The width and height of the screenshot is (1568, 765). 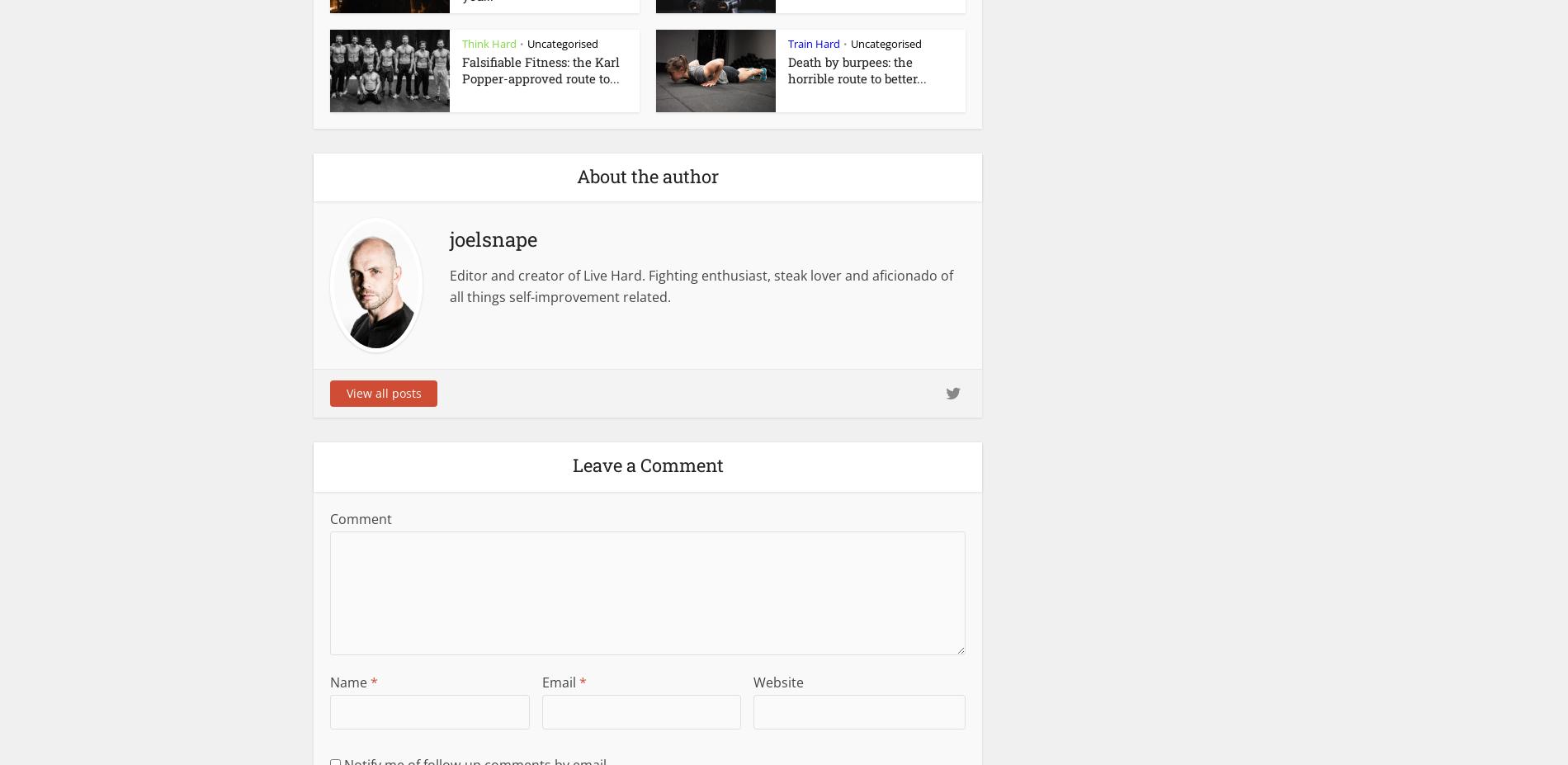 What do you see at coordinates (752, 682) in the screenshot?
I see `'Website'` at bounding box center [752, 682].